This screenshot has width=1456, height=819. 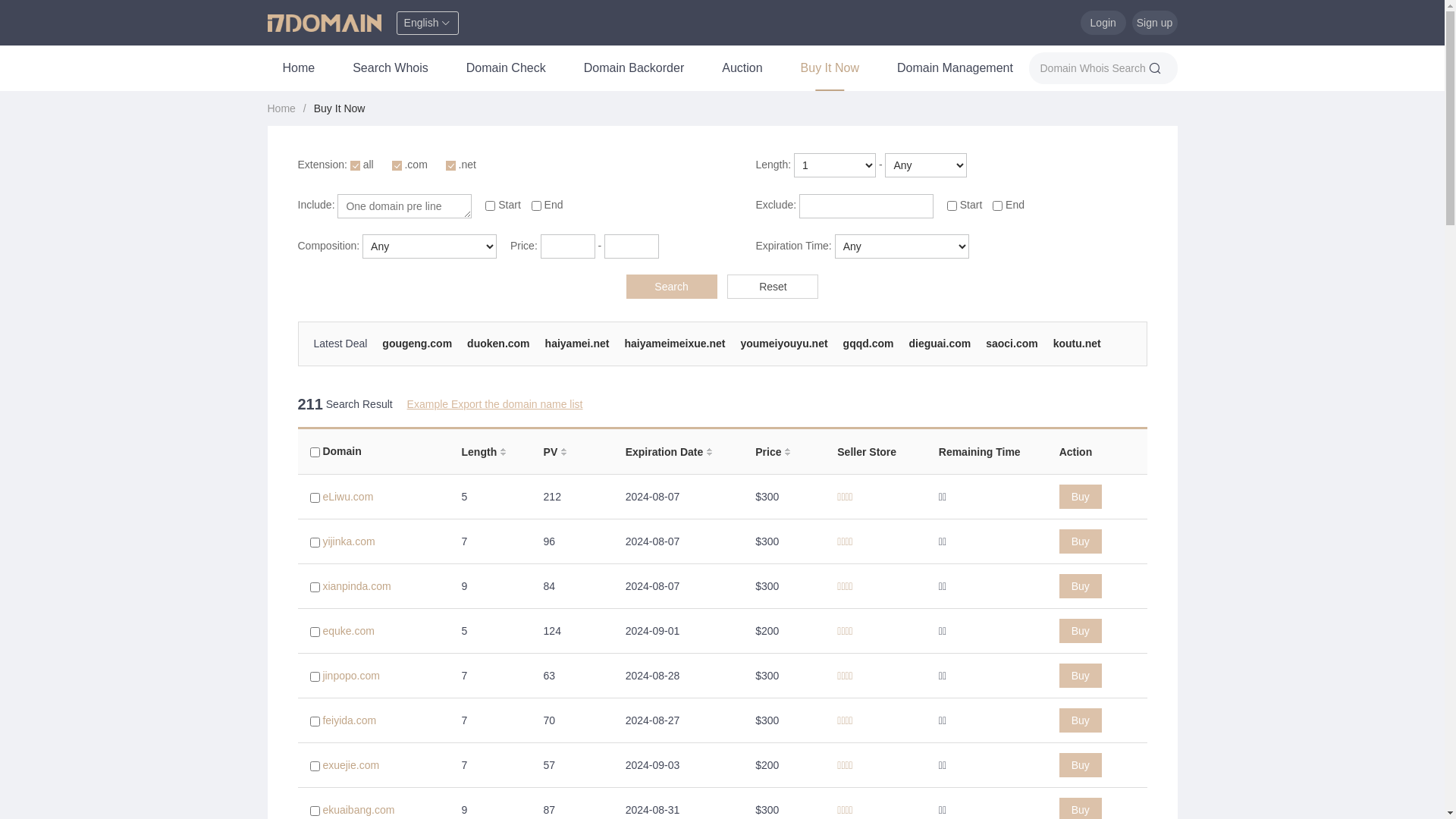 What do you see at coordinates (347, 631) in the screenshot?
I see `'equke.com'` at bounding box center [347, 631].